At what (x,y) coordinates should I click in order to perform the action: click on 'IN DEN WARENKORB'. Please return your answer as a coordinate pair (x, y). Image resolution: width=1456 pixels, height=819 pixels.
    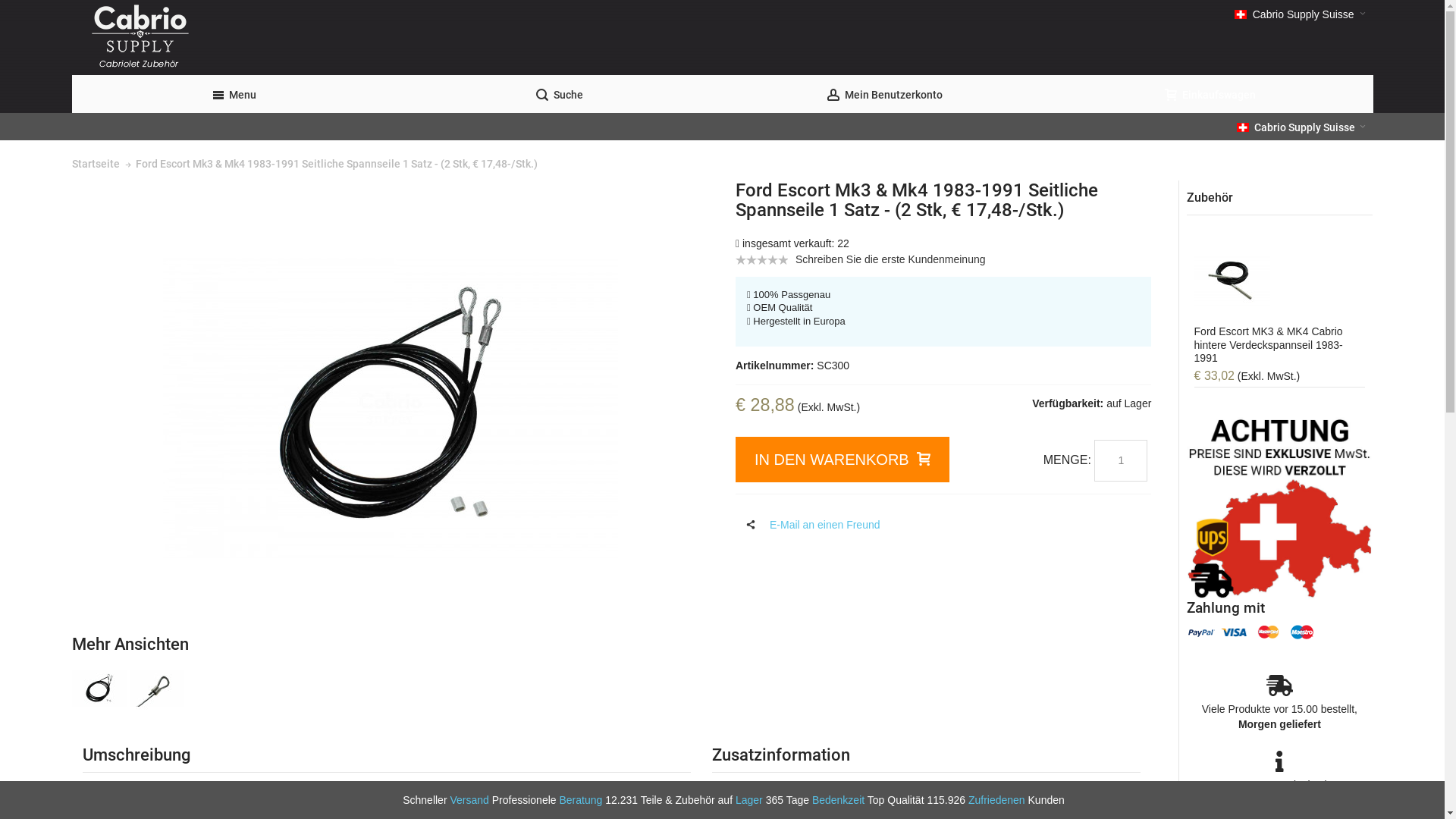
    Looking at the image, I should click on (735, 458).